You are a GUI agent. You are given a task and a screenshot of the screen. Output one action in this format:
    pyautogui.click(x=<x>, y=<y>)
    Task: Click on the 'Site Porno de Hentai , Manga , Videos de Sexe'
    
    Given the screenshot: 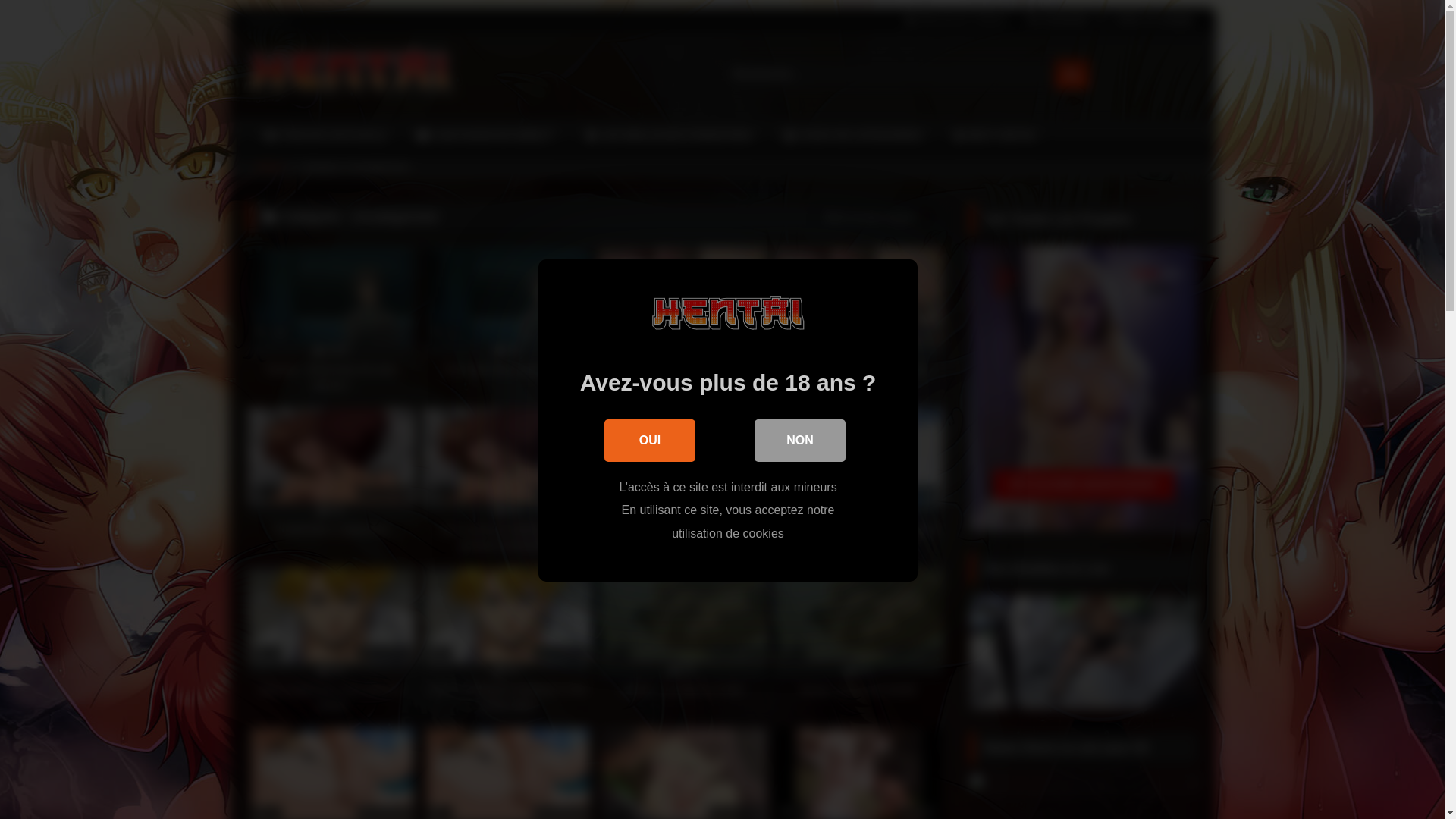 What is the action you would take?
    pyautogui.click(x=348, y=74)
    